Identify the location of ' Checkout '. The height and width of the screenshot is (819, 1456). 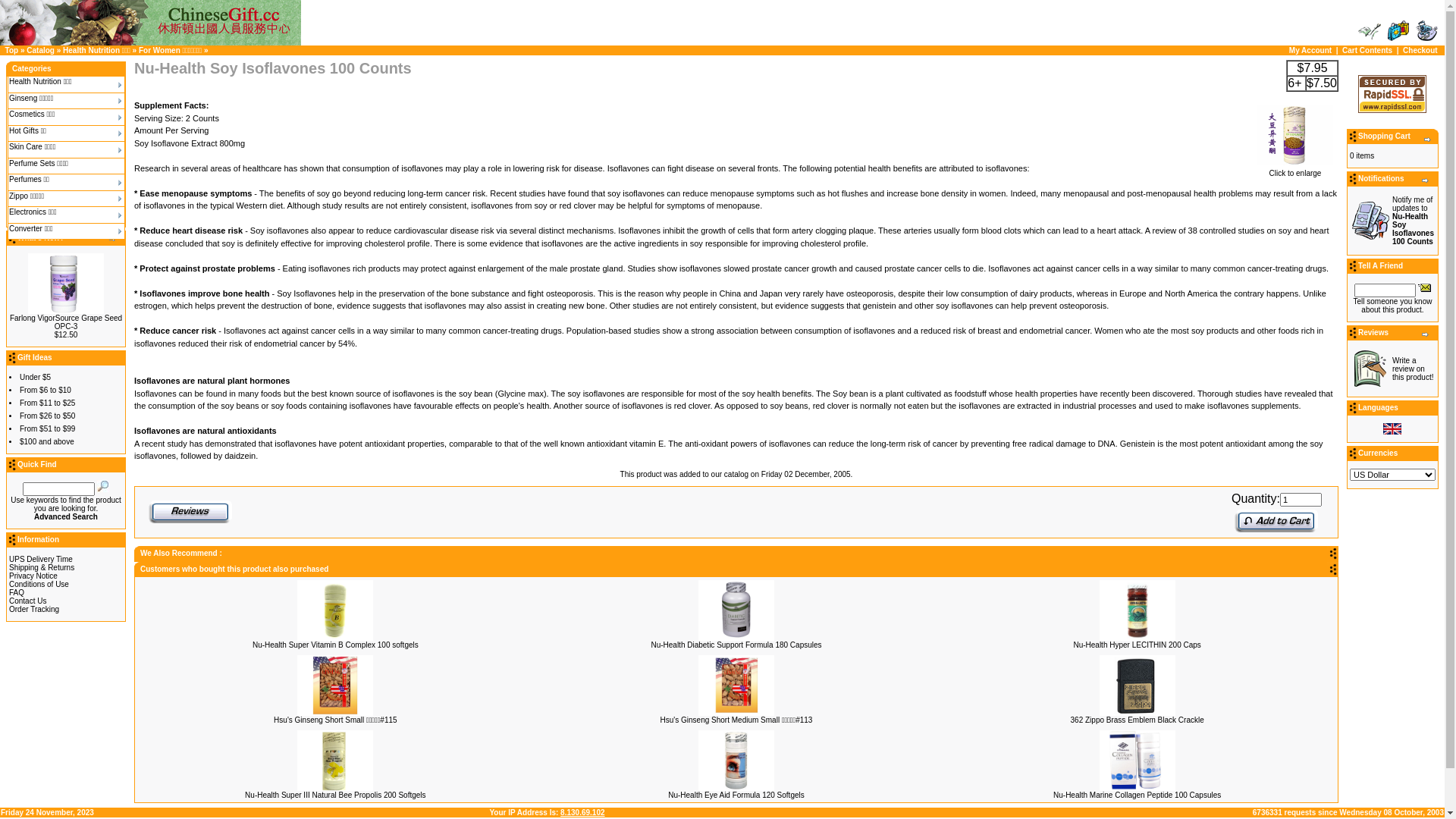
(1426, 31).